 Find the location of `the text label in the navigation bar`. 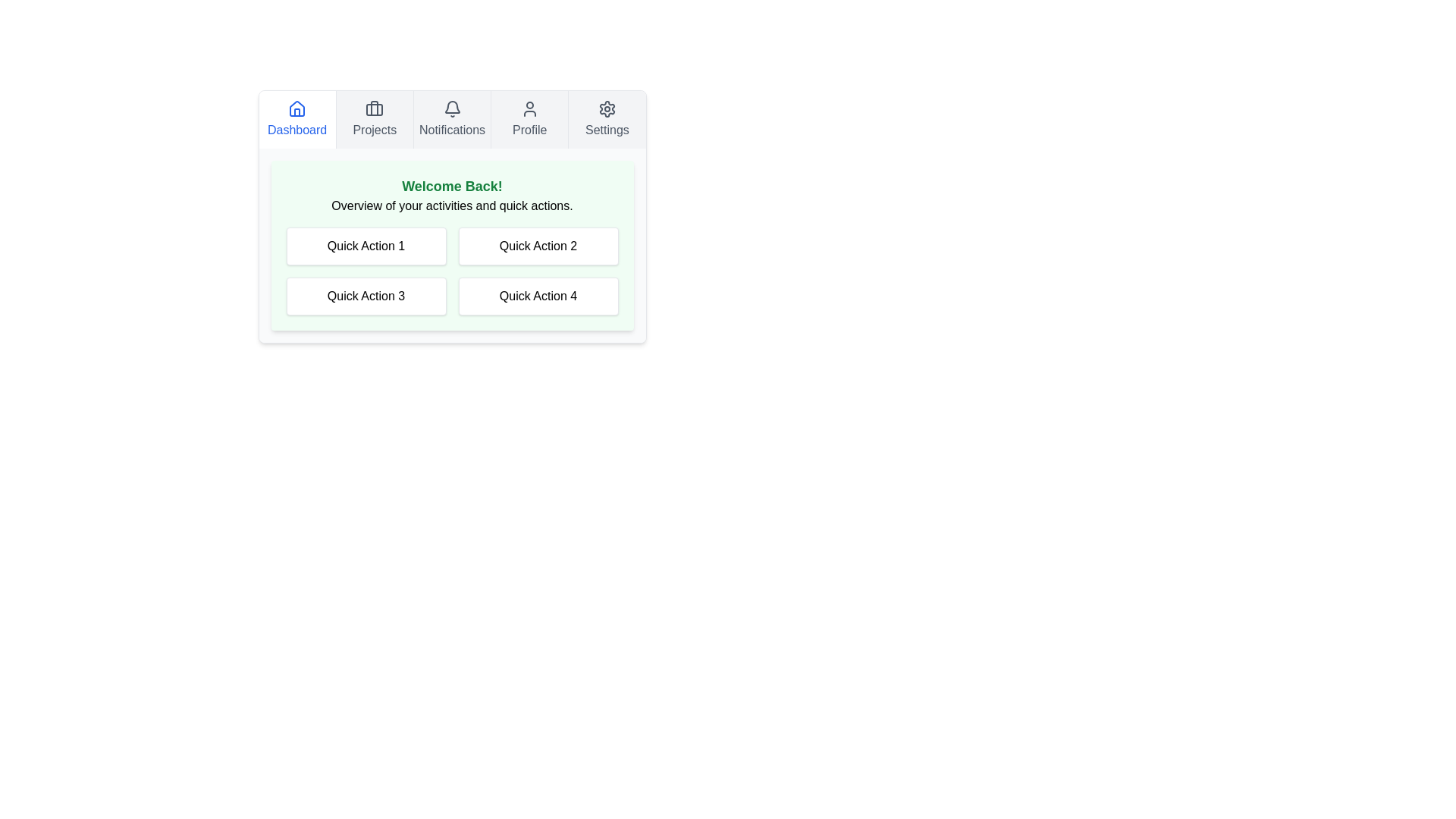

the text label in the navigation bar is located at coordinates (451, 130).